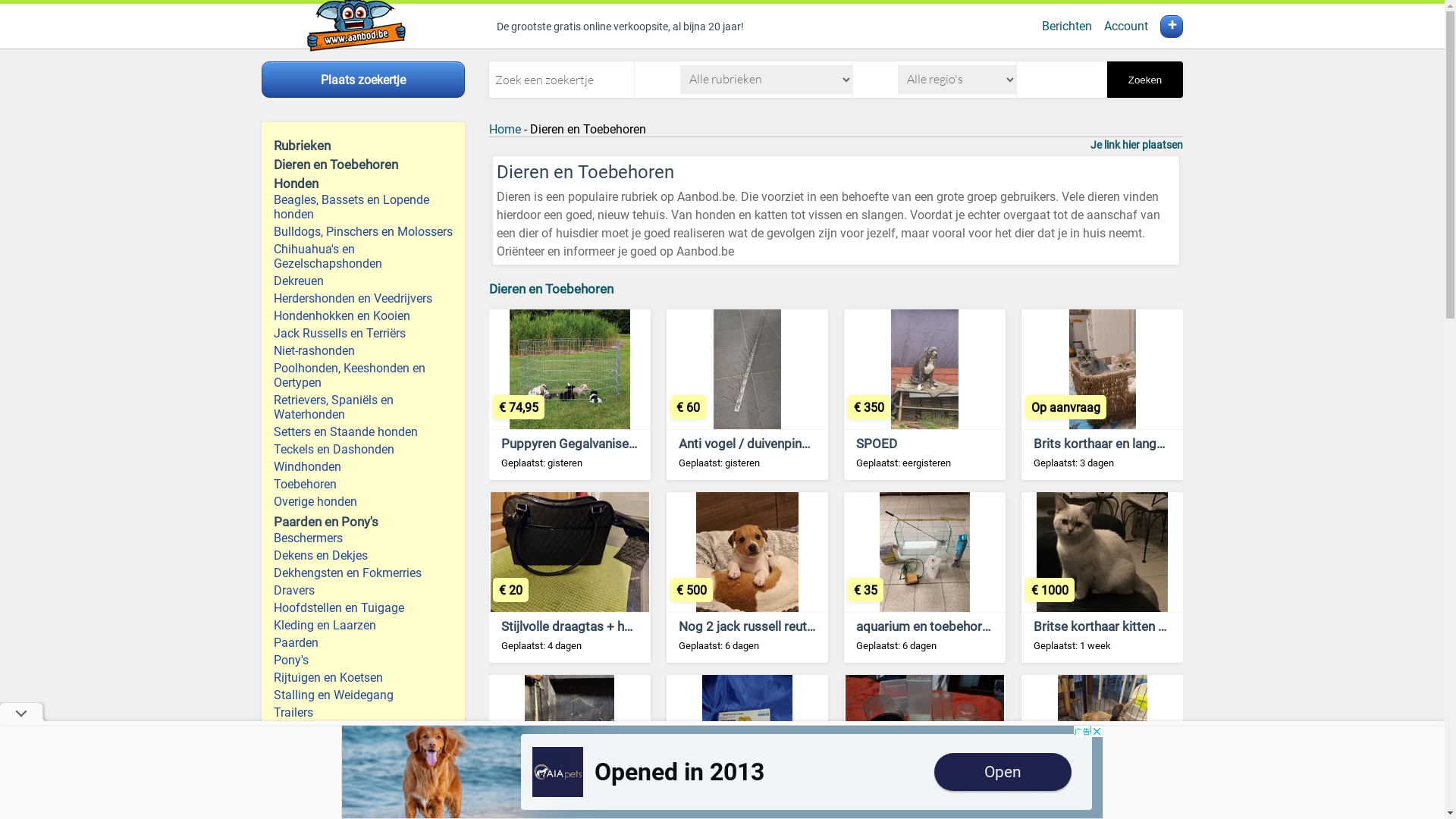 This screenshot has width=1456, height=819. What do you see at coordinates (273, 315) in the screenshot?
I see `'Hondenhokken en Kooien'` at bounding box center [273, 315].